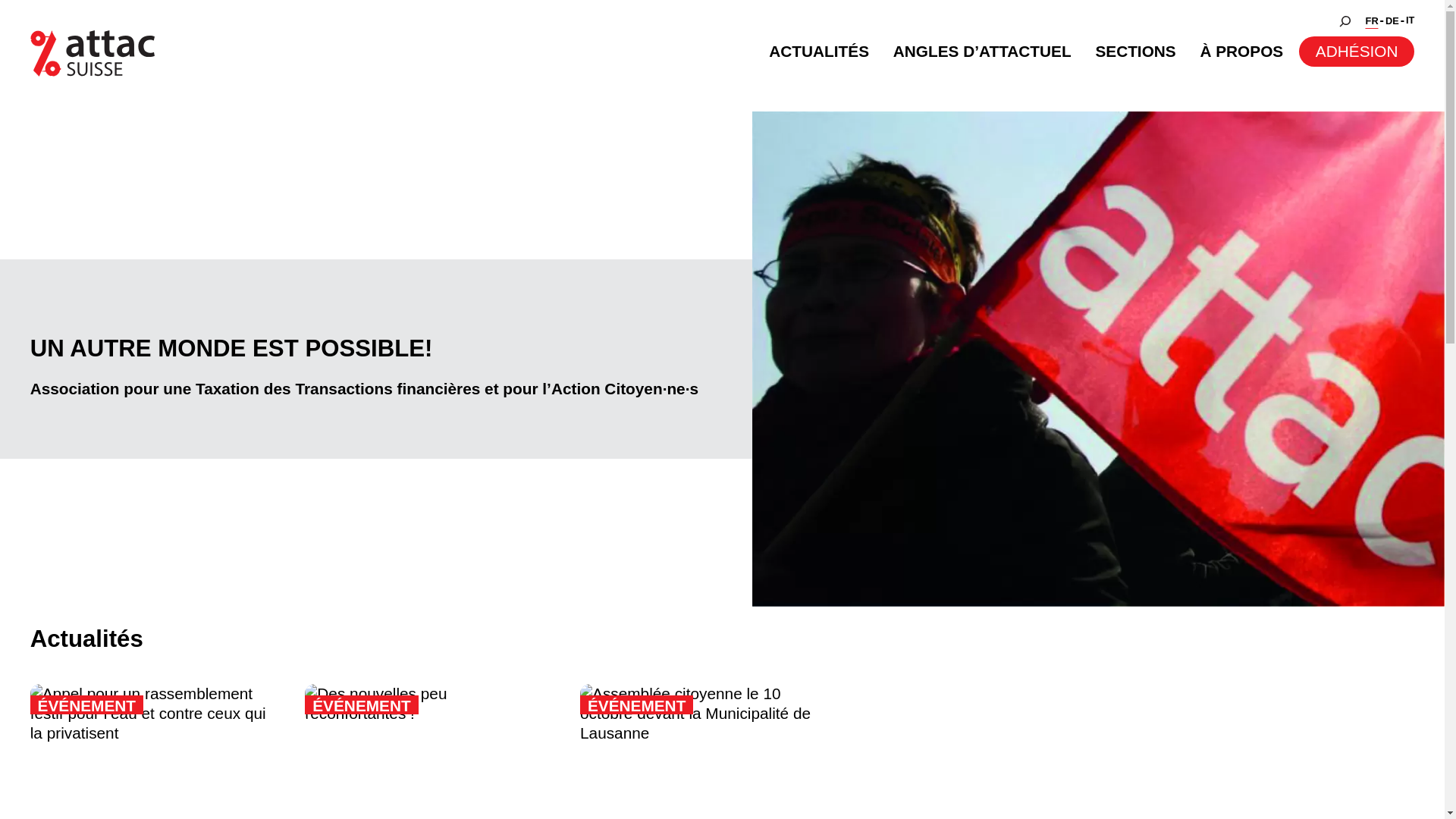 Image resolution: width=1456 pixels, height=819 pixels. What do you see at coordinates (1135, 51) in the screenshot?
I see `'SECTIONS'` at bounding box center [1135, 51].